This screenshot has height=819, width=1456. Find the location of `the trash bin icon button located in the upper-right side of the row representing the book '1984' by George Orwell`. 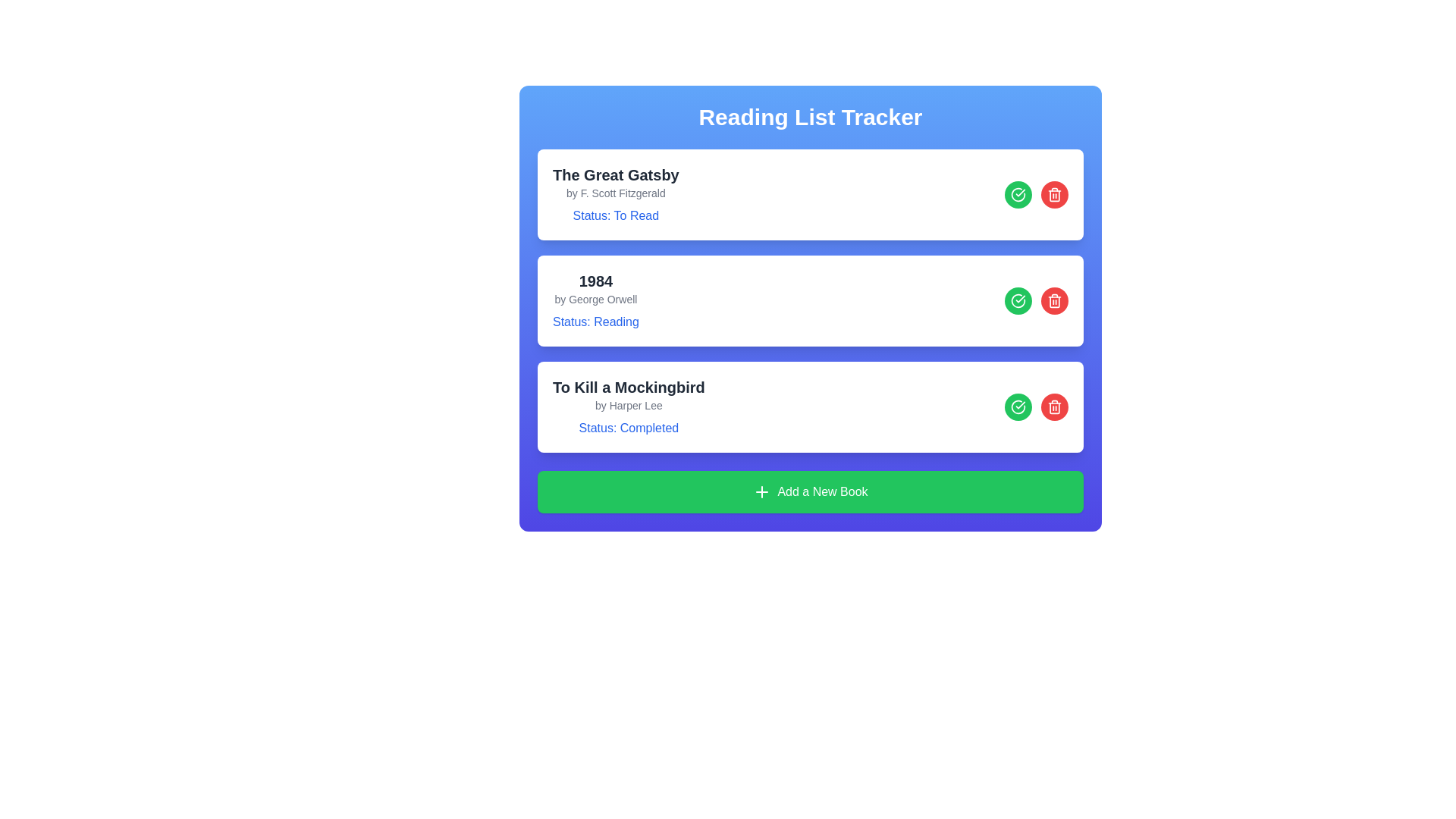

the trash bin icon button located in the upper-right side of the row representing the book '1984' by George Orwell is located at coordinates (1054, 301).